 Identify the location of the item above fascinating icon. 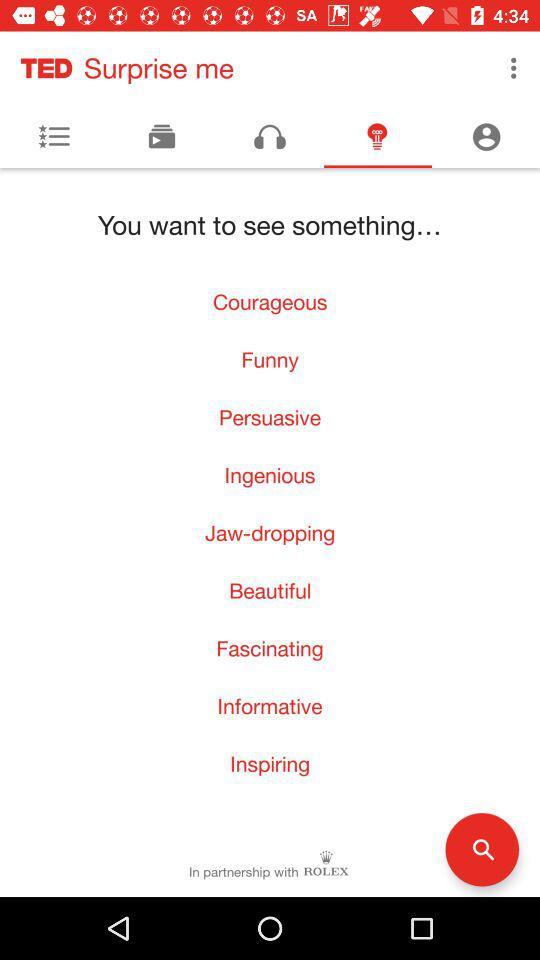
(270, 590).